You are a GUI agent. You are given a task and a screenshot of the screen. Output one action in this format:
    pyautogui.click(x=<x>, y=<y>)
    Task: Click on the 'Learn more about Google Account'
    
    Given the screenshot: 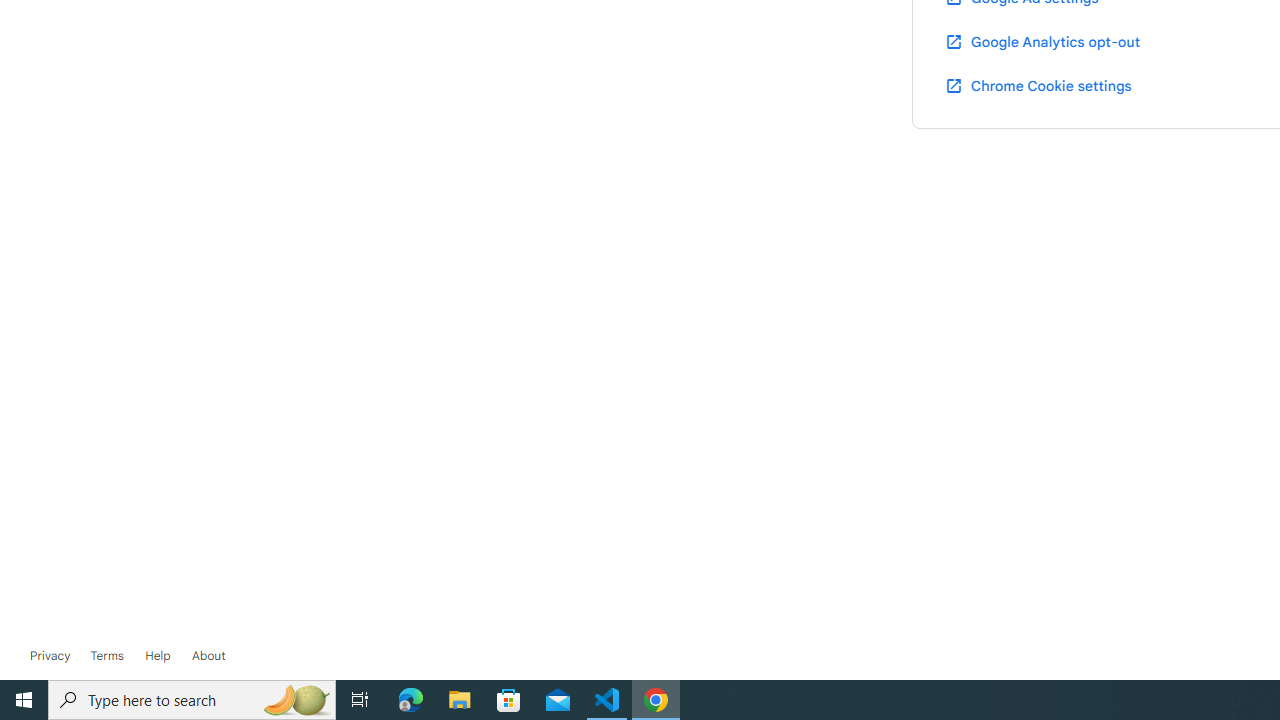 What is the action you would take?
    pyautogui.click(x=208, y=655)
    